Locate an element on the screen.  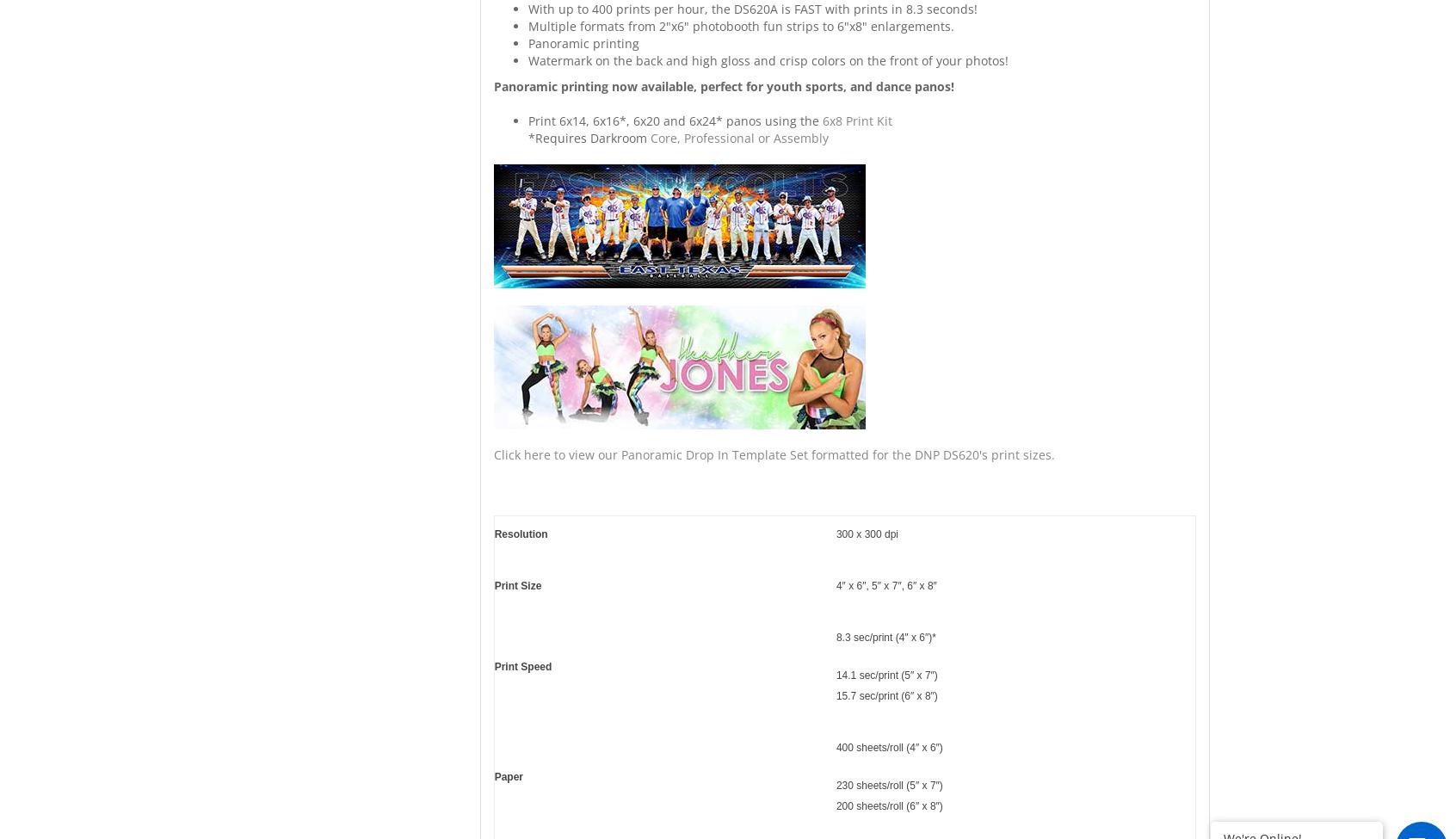
'400 sheets/roll (4″ x 6″)' is located at coordinates (887, 748).